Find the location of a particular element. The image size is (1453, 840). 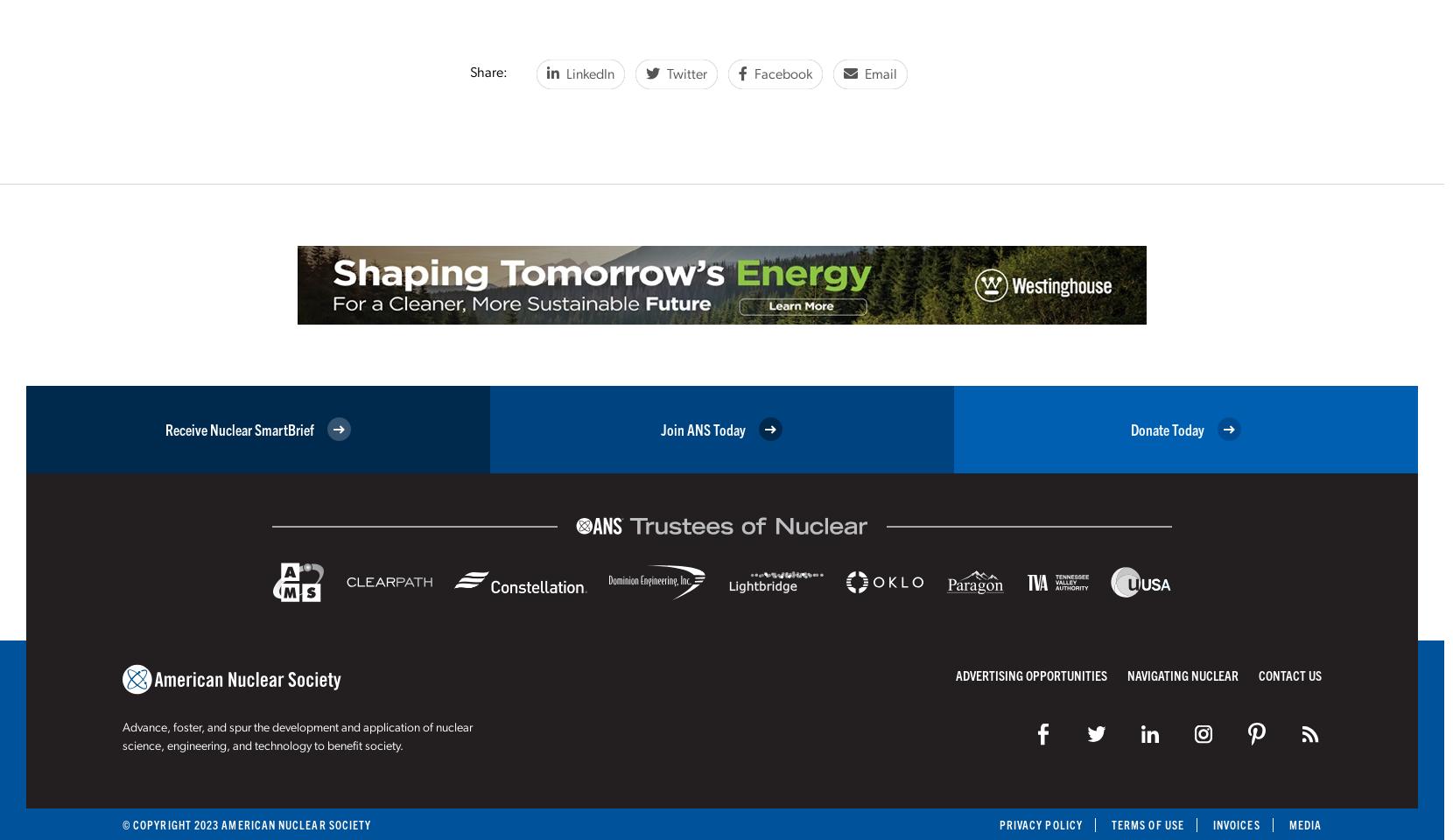

'Invoices' is located at coordinates (1235, 824).